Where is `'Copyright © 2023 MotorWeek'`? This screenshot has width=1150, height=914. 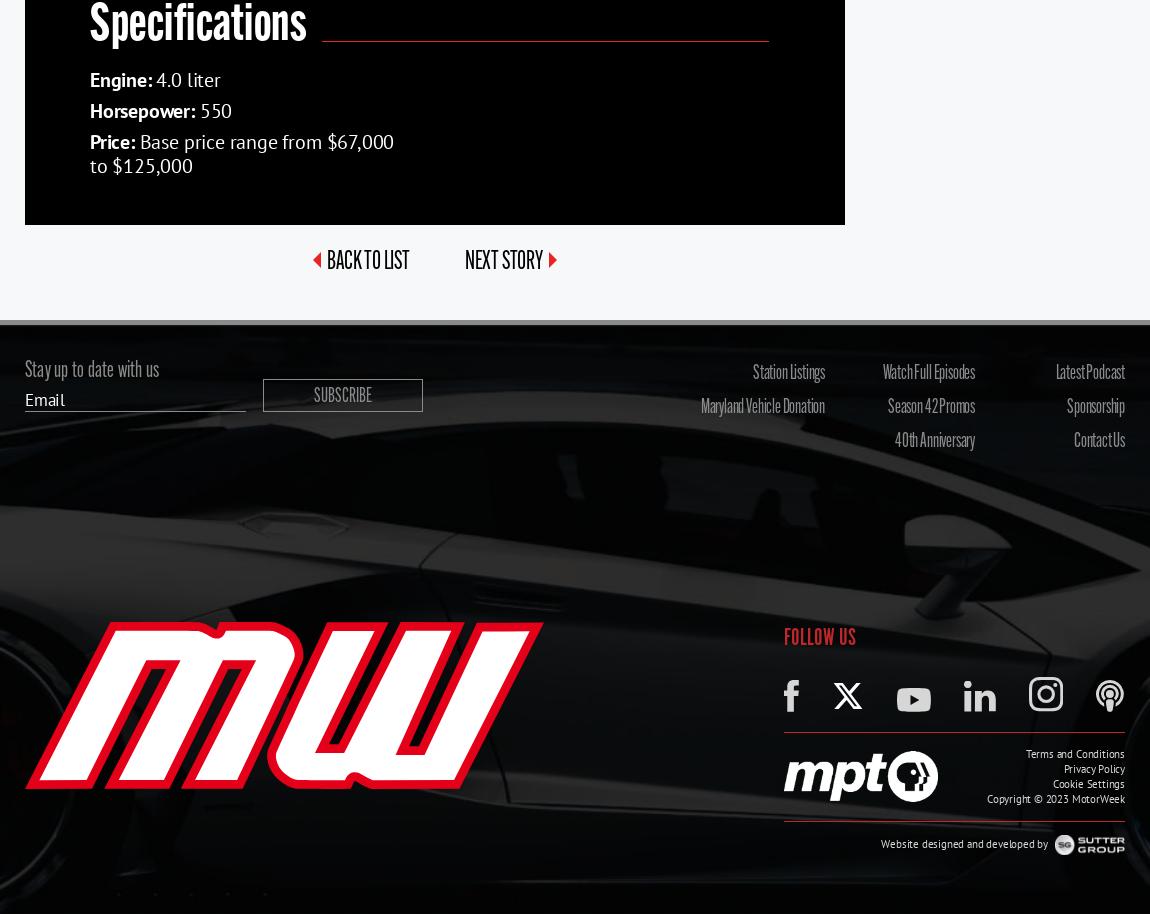
'Copyright © 2023 MotorWeek' is located at coordinates (986, 797).